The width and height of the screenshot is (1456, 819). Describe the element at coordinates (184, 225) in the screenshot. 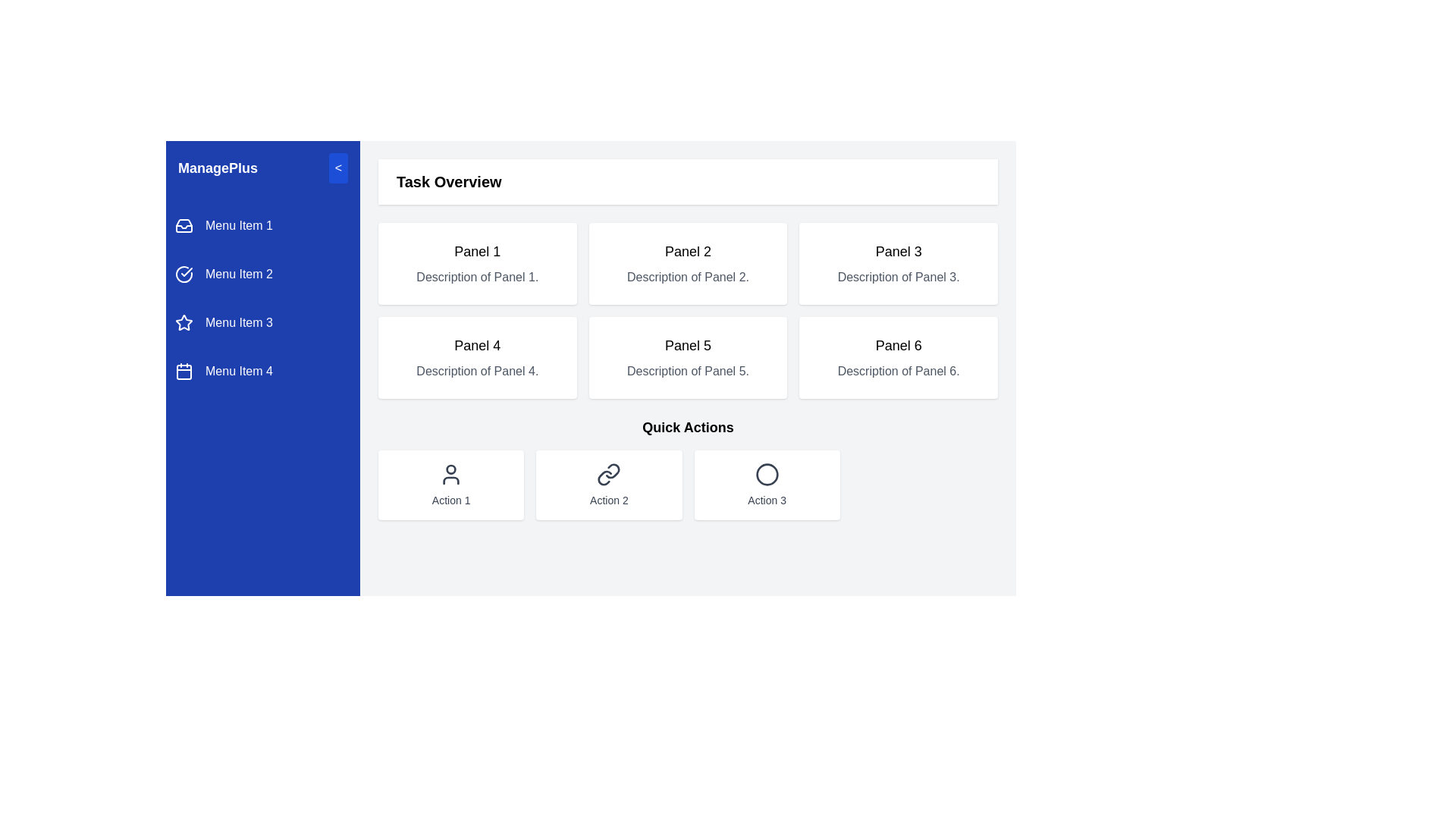

I see `the Vector graphic icon resembling a stylized inbox in the sidebar navigation menu, specifically the first menu item titled 'Menu Item 1'` at that location.